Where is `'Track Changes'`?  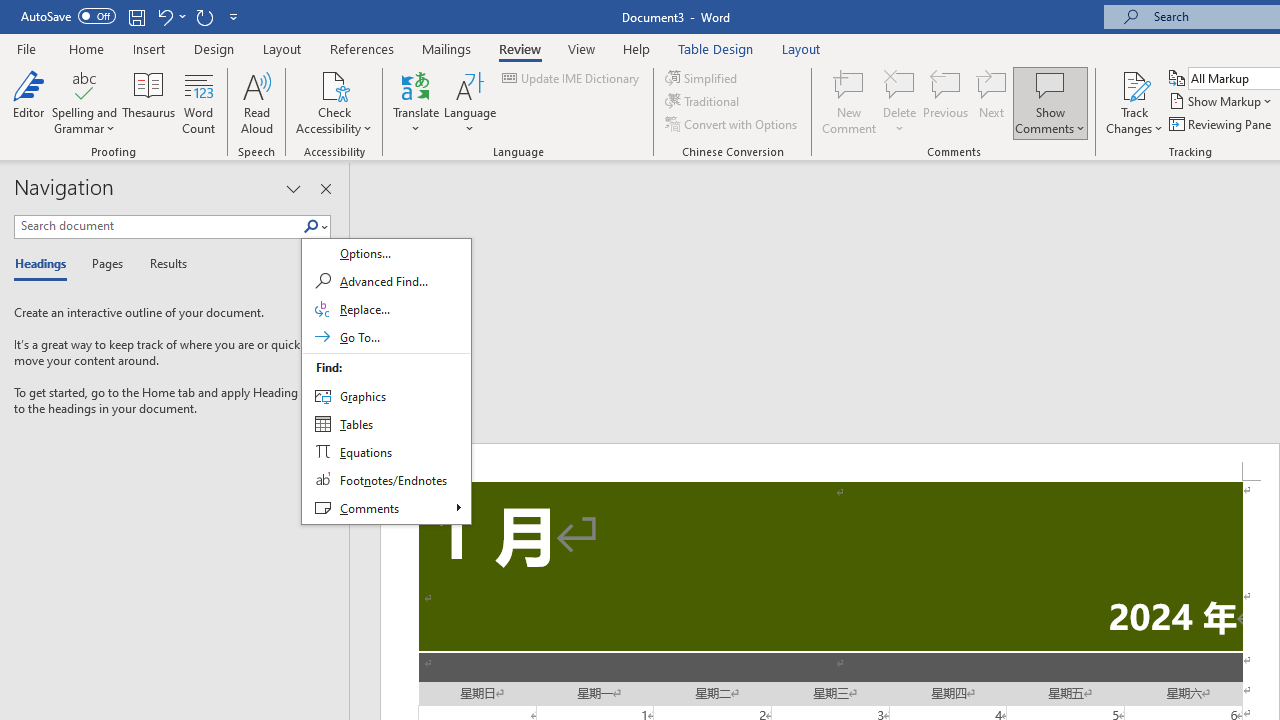
'Track Changes' is located at coordinates (1134, 103).